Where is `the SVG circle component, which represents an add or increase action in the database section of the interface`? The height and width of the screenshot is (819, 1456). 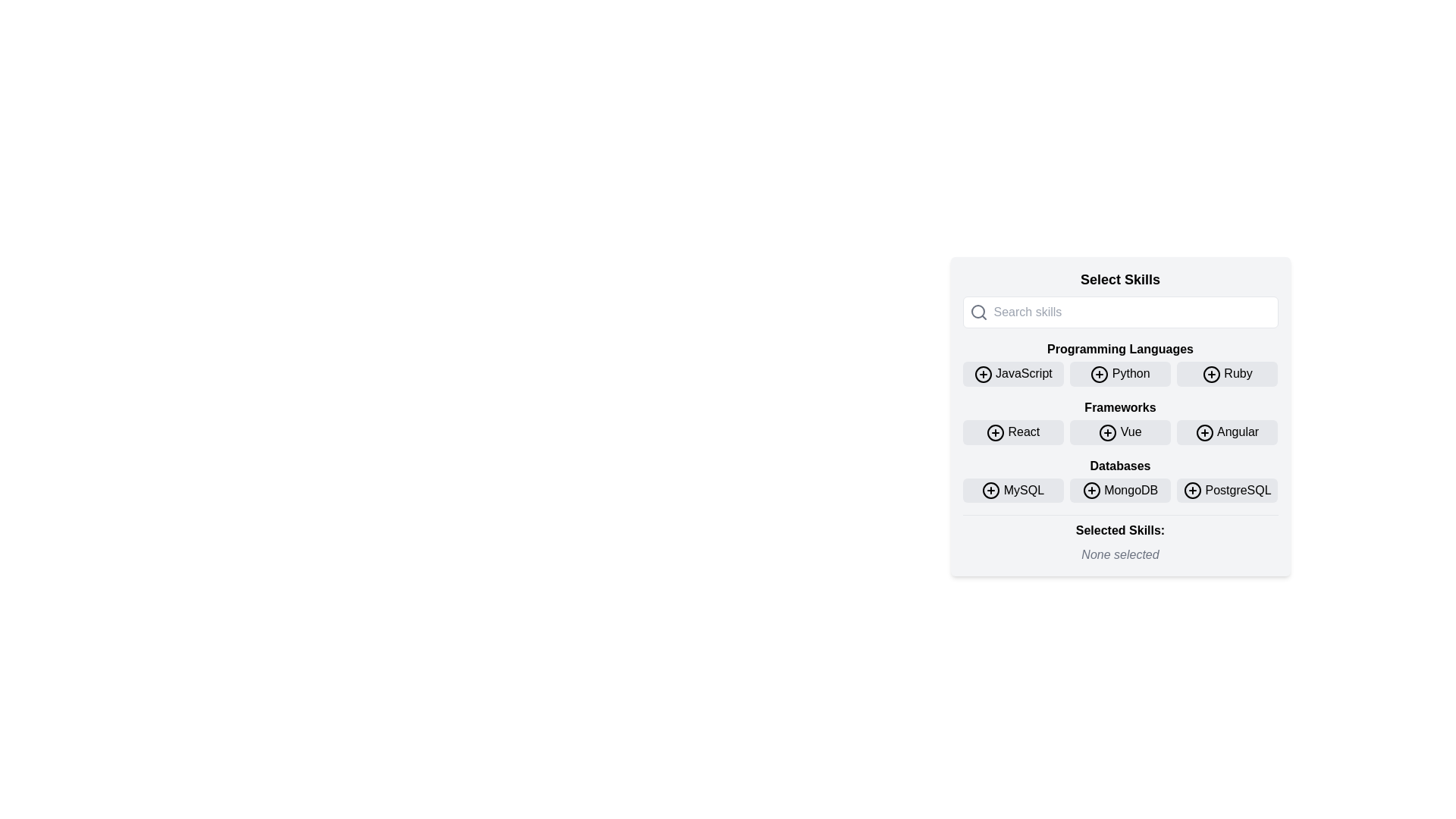 the SVG circle component, which represents an add or increase action in the database section of the interface is located at coordinates (991, 491).